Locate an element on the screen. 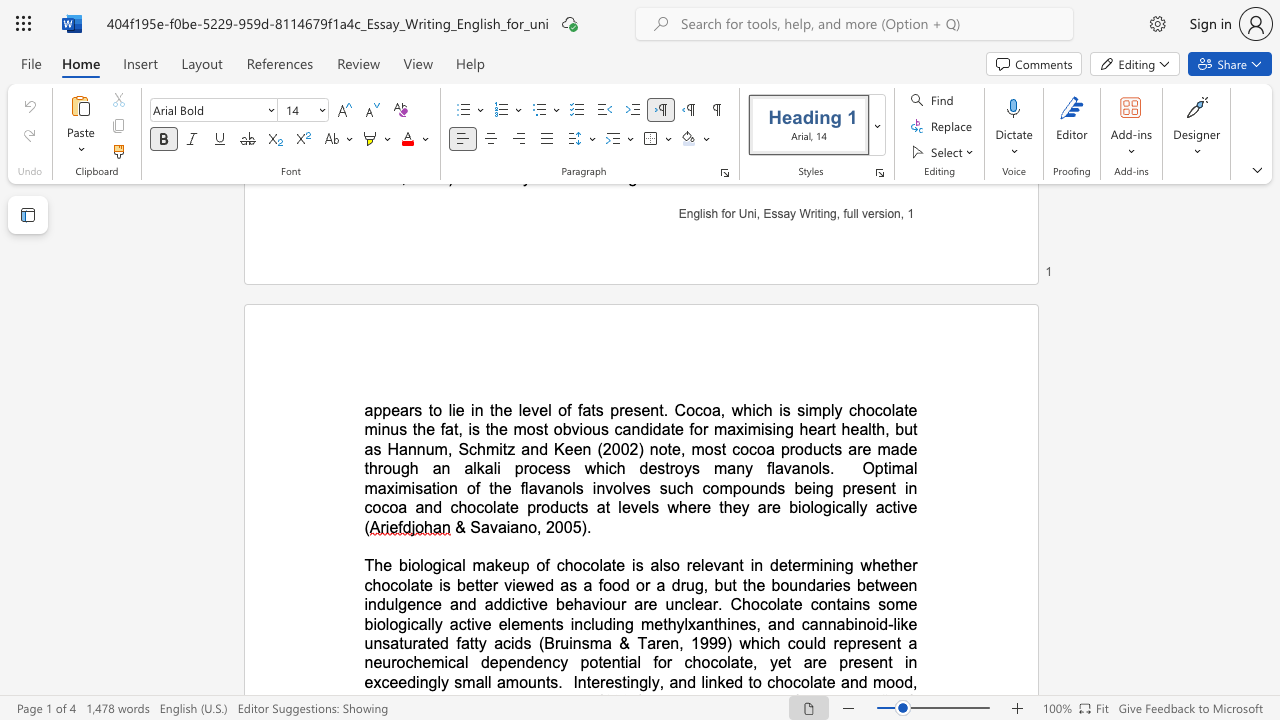  the subset text "nterestin" within the text "Interestingly, and linked to chocolate and" is located at coordinates (576, 681).